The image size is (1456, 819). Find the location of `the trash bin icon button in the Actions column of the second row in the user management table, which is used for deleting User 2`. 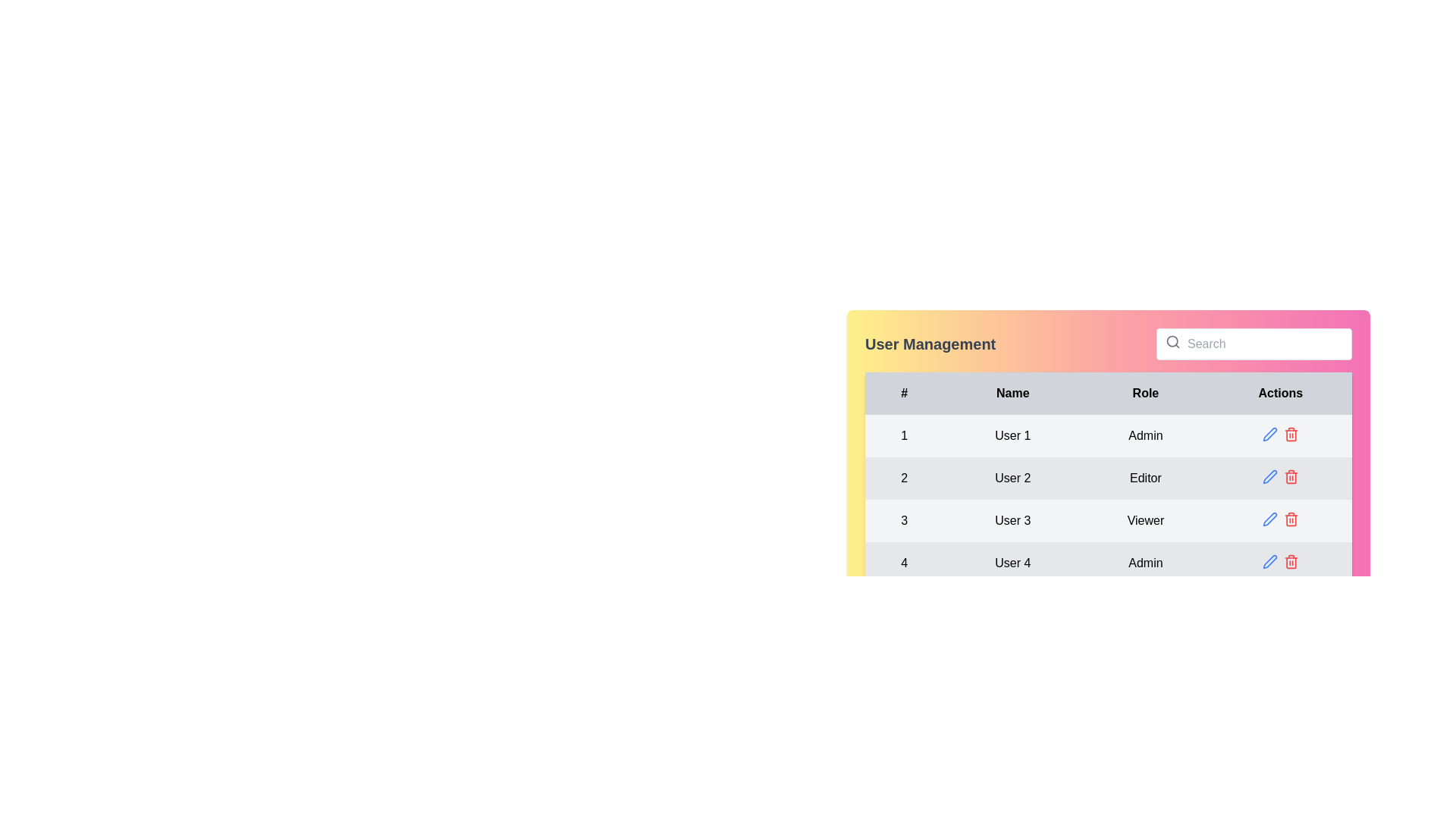

the trash bin icon button in the Actions column of the second row in the user management table, which is used for deleting User 2 is located at coordinates (1290, 475).